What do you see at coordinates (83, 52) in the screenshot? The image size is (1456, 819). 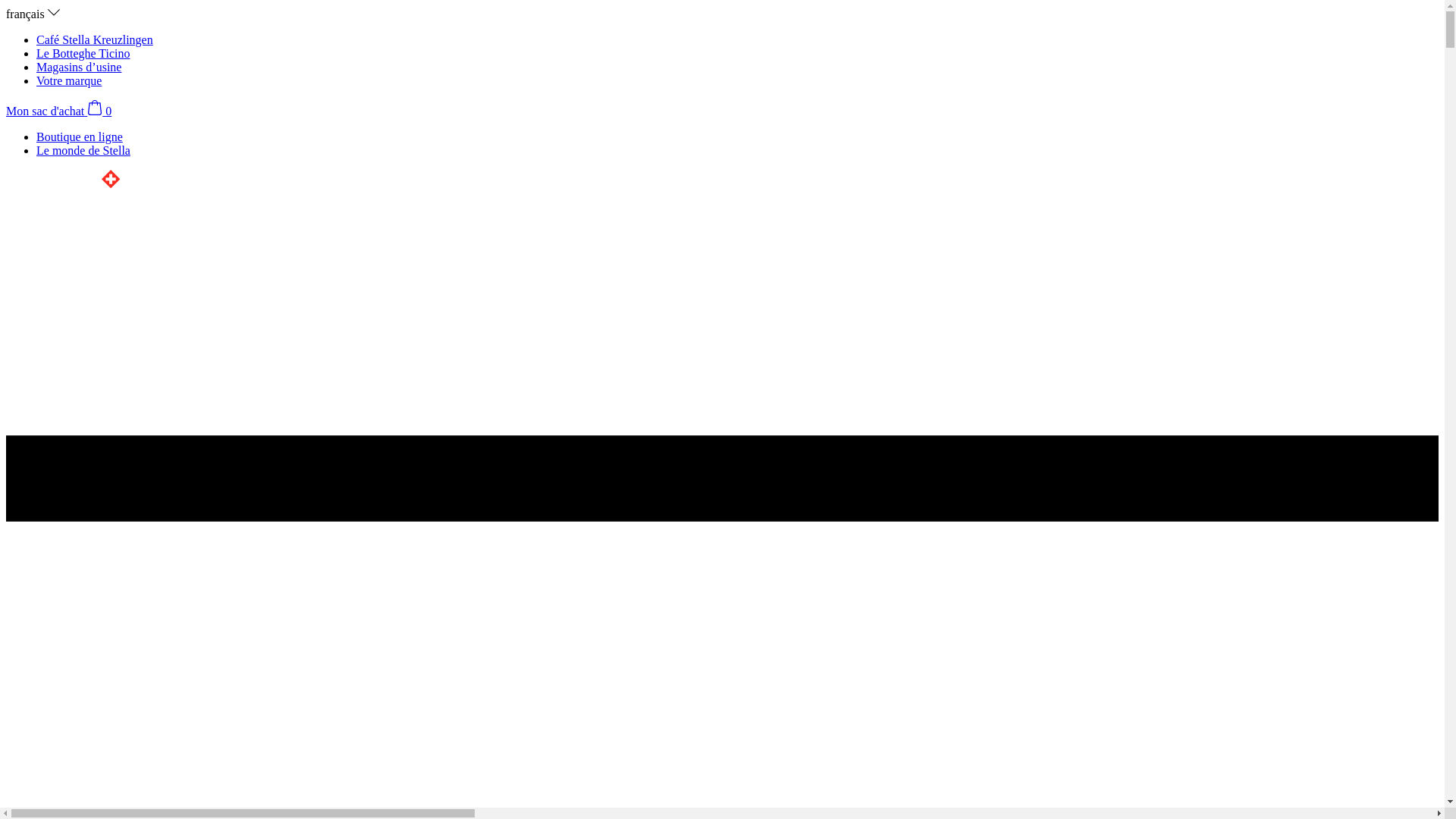 I see `'Le Botteghe Ticino'` at bounding box center [83, 52].